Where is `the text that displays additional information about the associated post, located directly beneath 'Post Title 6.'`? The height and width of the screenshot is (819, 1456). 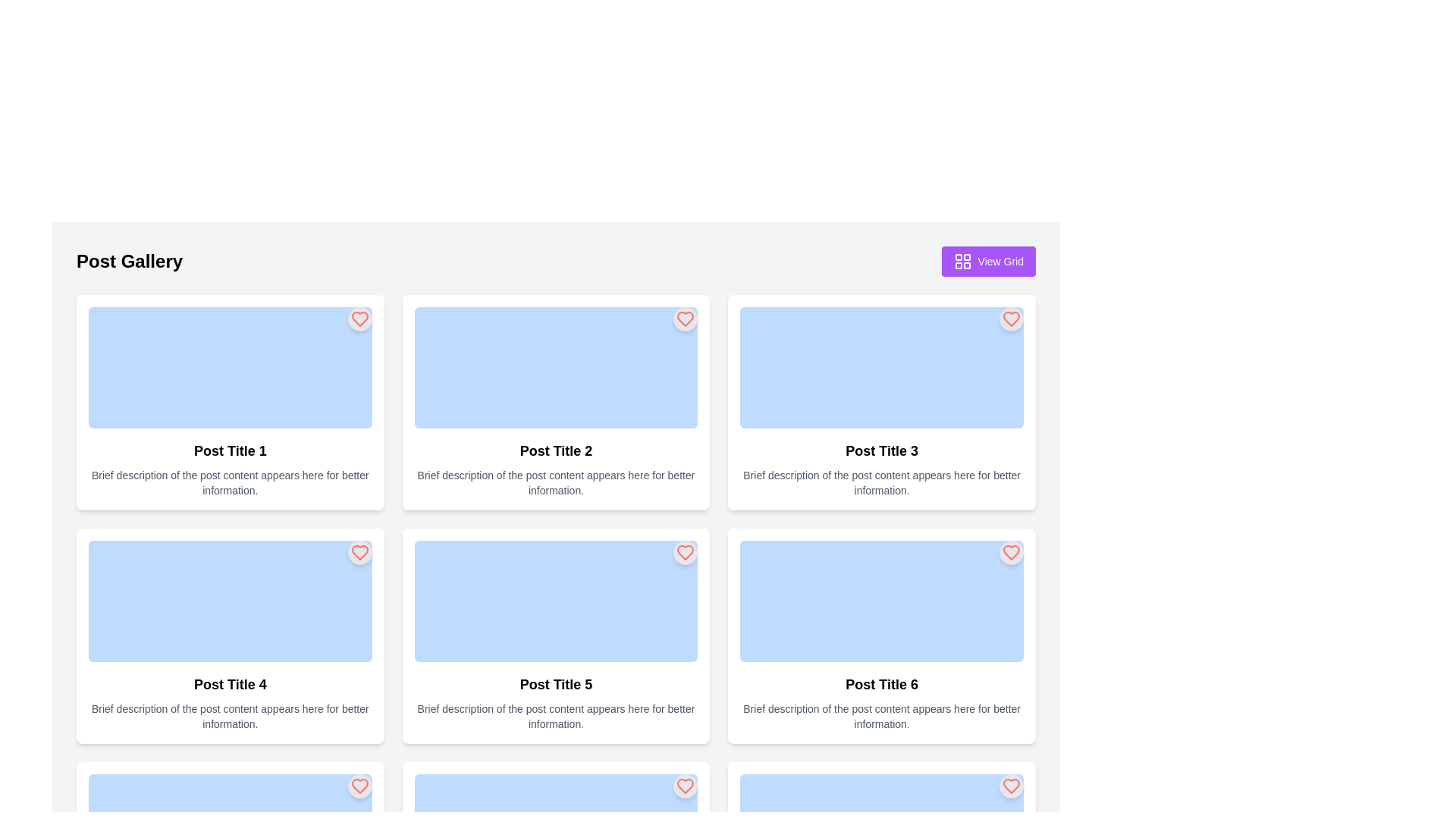
the text that displays additional information about the associated post, located directly beneath 'Post Title 6.' is located at coordinates (882, 717).